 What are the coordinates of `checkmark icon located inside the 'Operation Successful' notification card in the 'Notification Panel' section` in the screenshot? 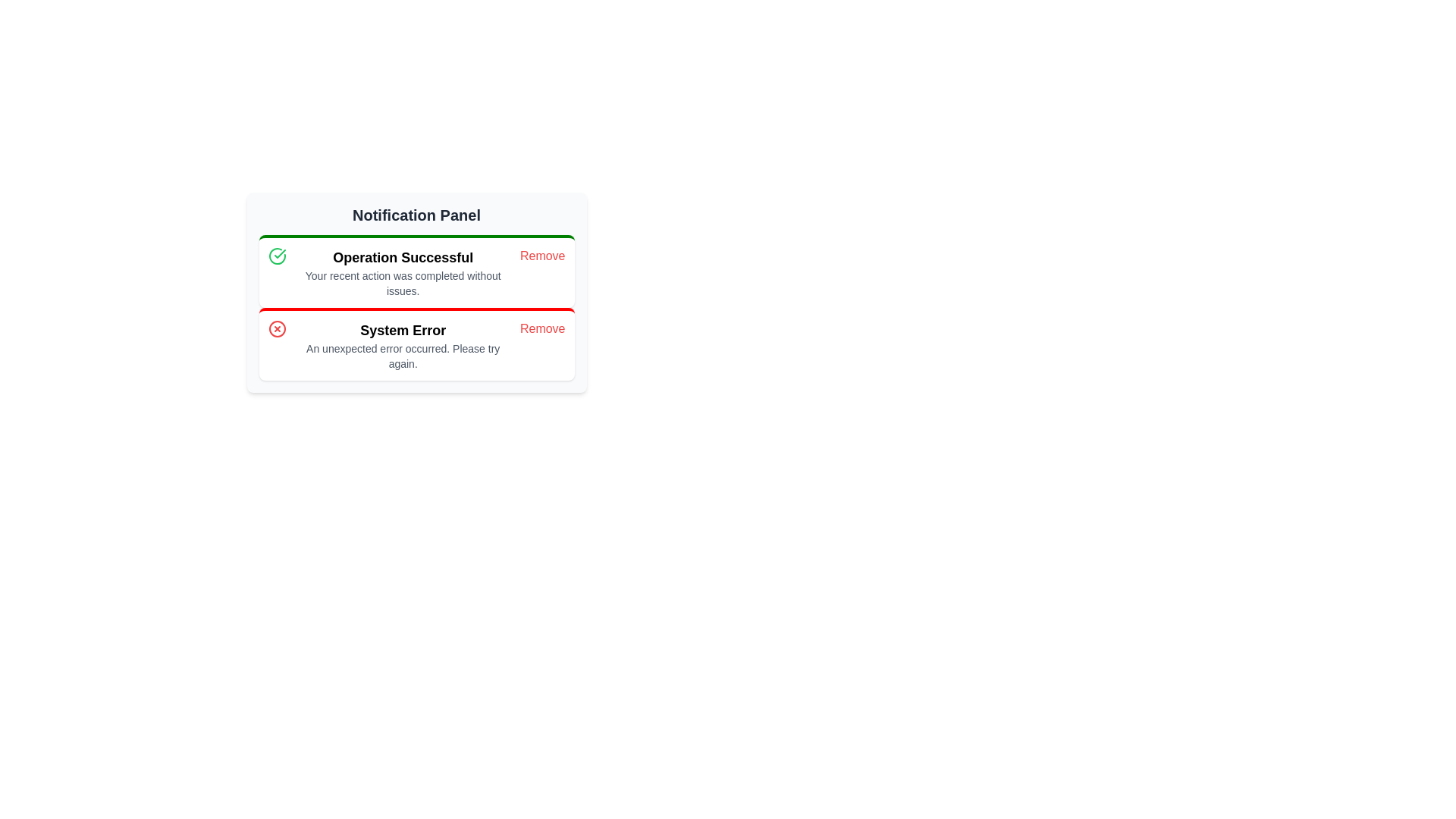 It's located at (280, 253).